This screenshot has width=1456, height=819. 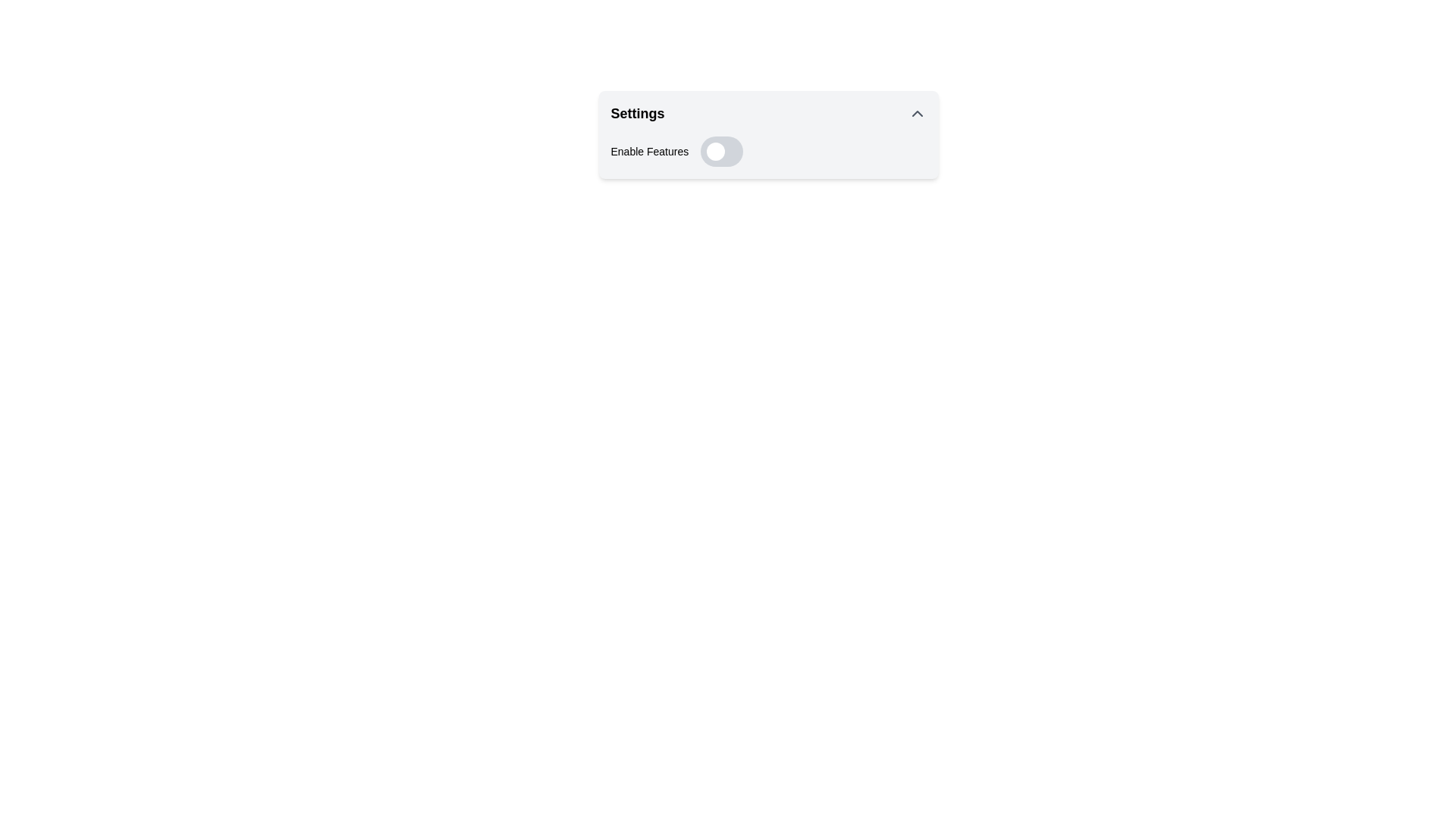 What do you see at coordinates (916, 113) in the screenshot?
I see `the chevron-up icon located on the right side of the 'Settings' section` at bounding box center [916, 113].